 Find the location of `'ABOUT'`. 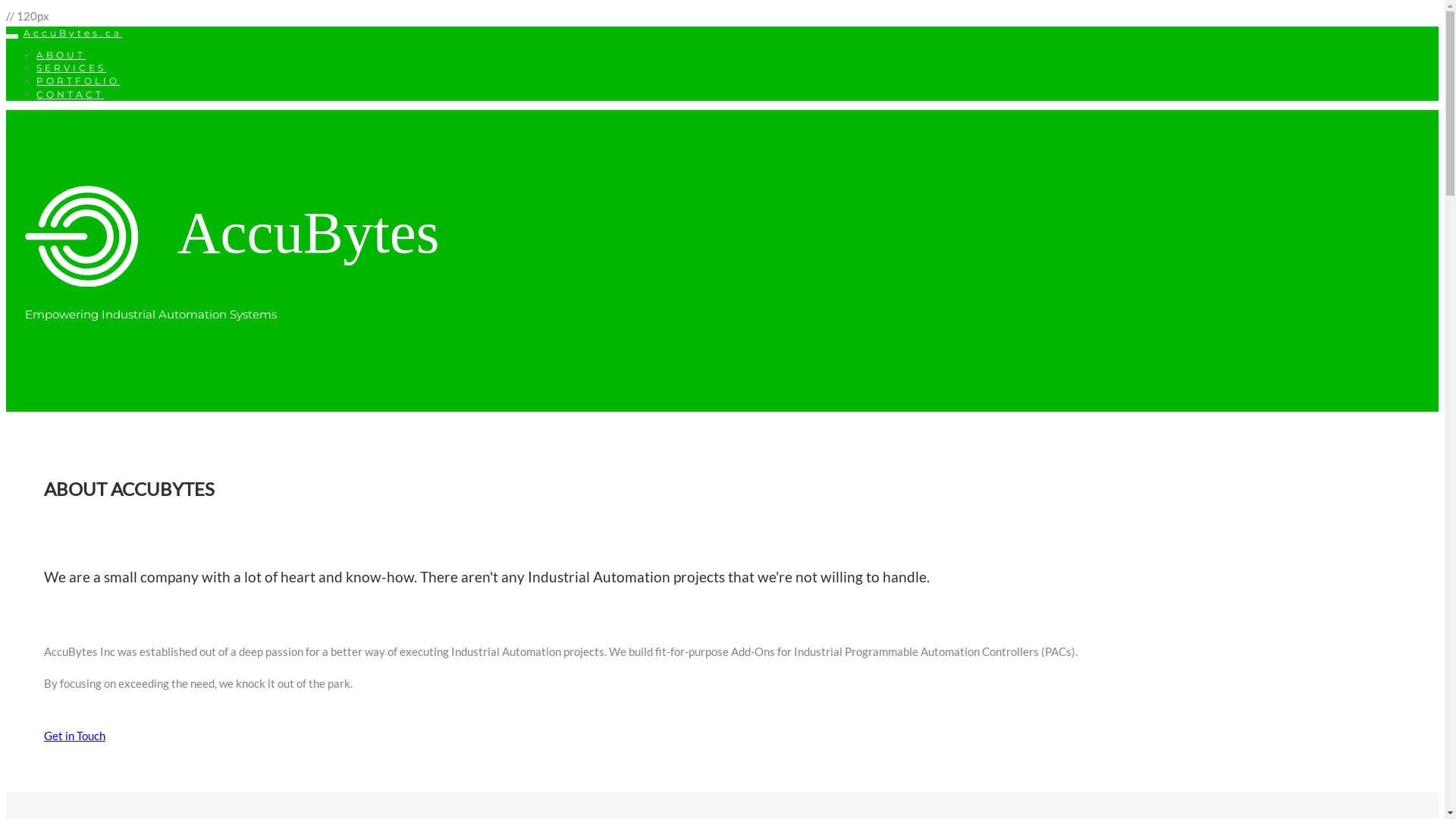

'ABOUT' is located at coordinates (61, 54).